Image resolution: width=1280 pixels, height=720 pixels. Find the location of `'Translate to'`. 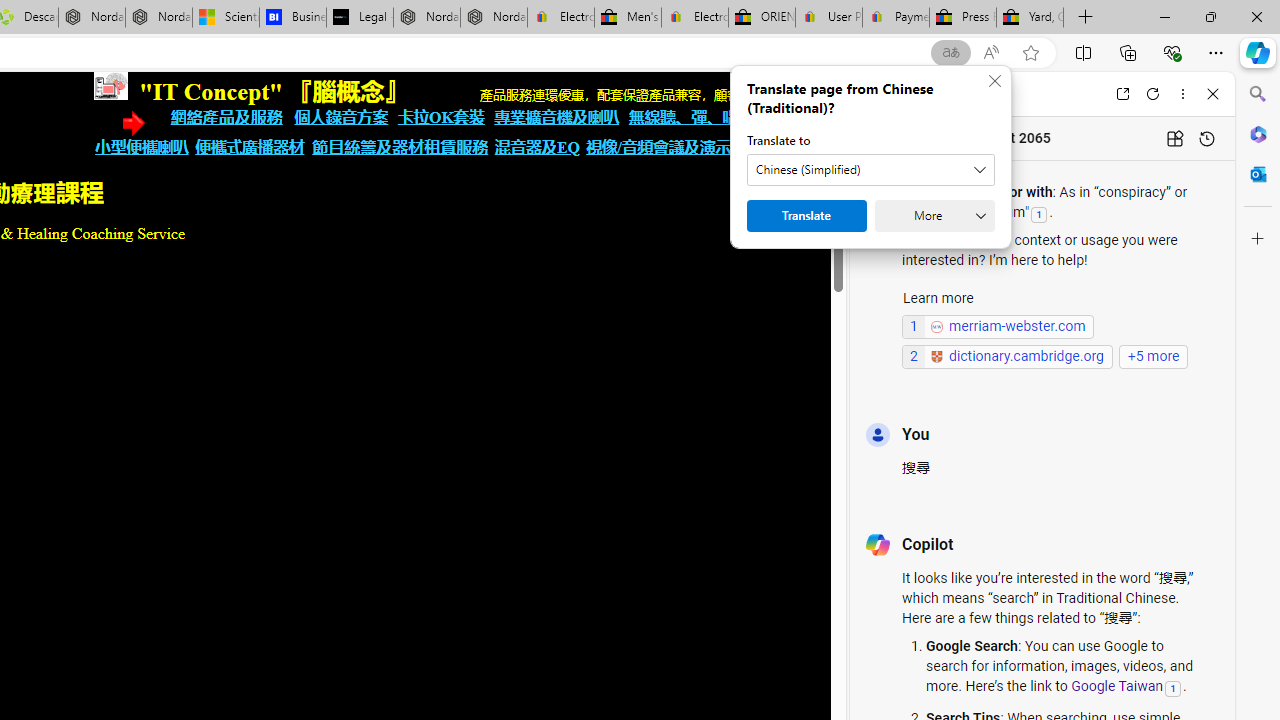

'Translate to' is located at coordinates (871, 168).